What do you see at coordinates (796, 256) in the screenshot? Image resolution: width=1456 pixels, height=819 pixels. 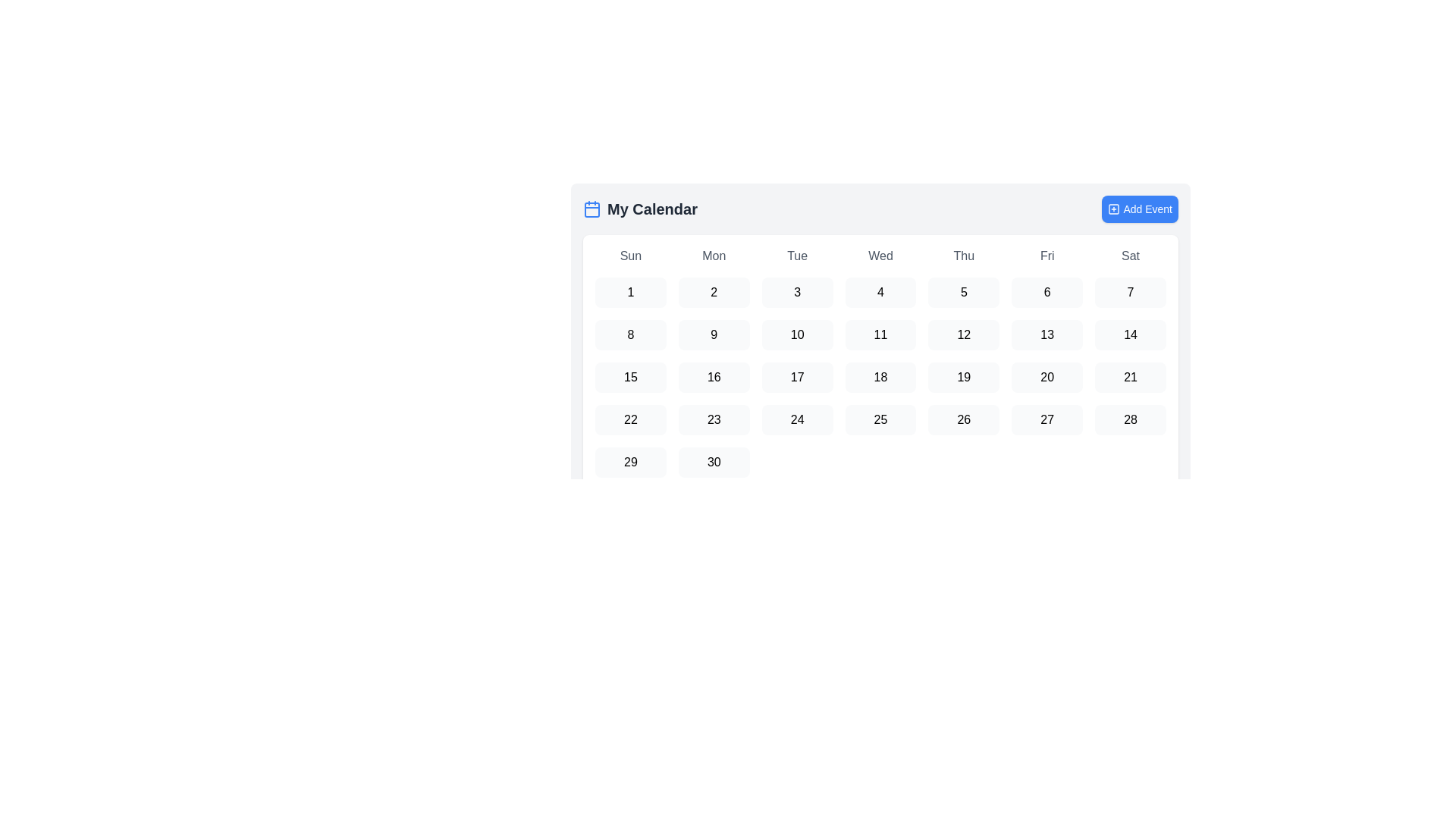 I see `the 'Tuesday' text label in the calendar interface, which is the third day header located between 'Mon' and 'Wed'` at bounding box center [796, 256].